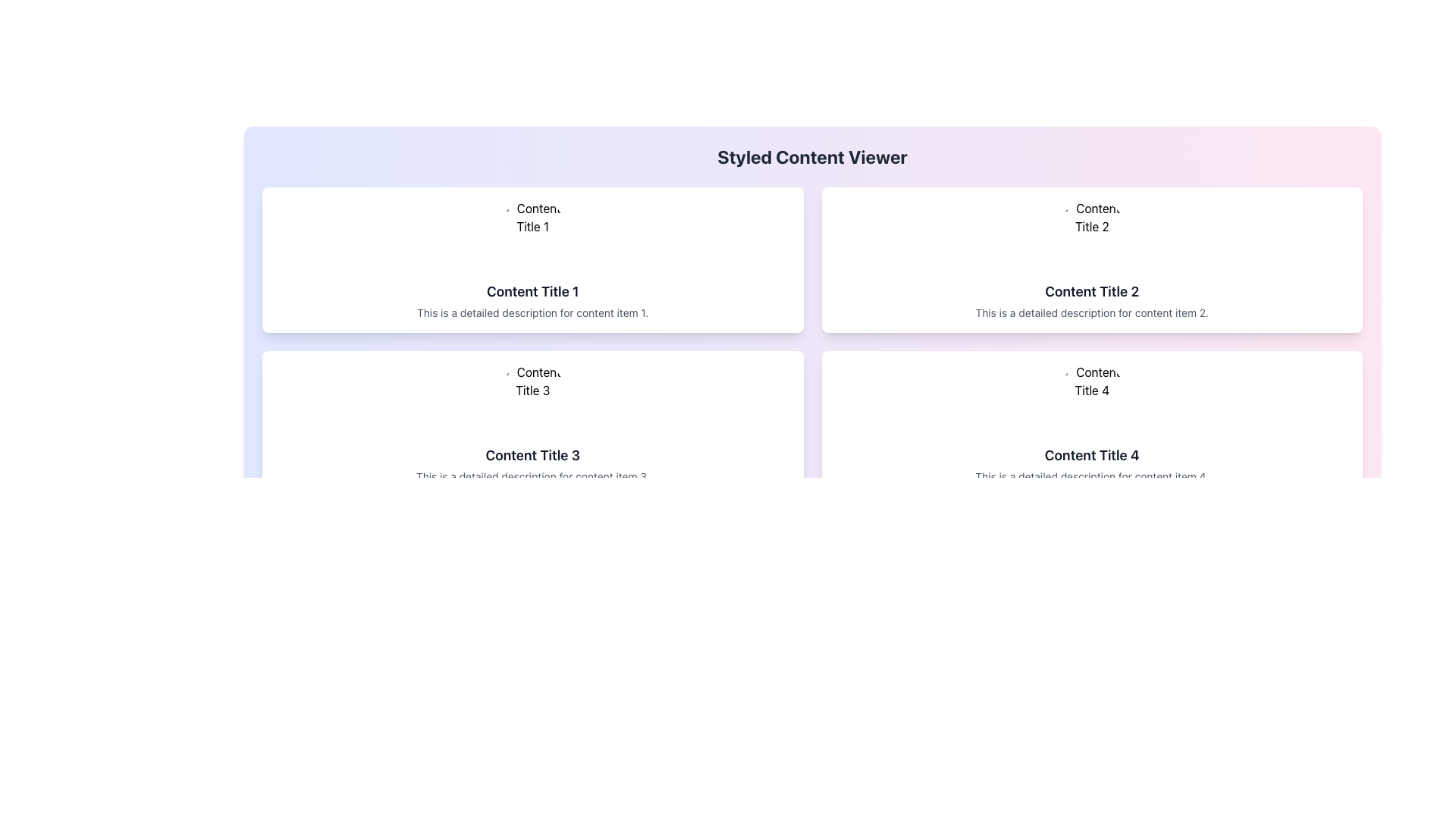 Image resolution: width=1456 pixels, height=819 pixels. Describe the element at coordinates (532, 475) in the screenshot. I see `the text label that reads 'This is a detailed description for content item 3.' which is styled in gray and positioned directly under 'Content Title 3'` at that location.